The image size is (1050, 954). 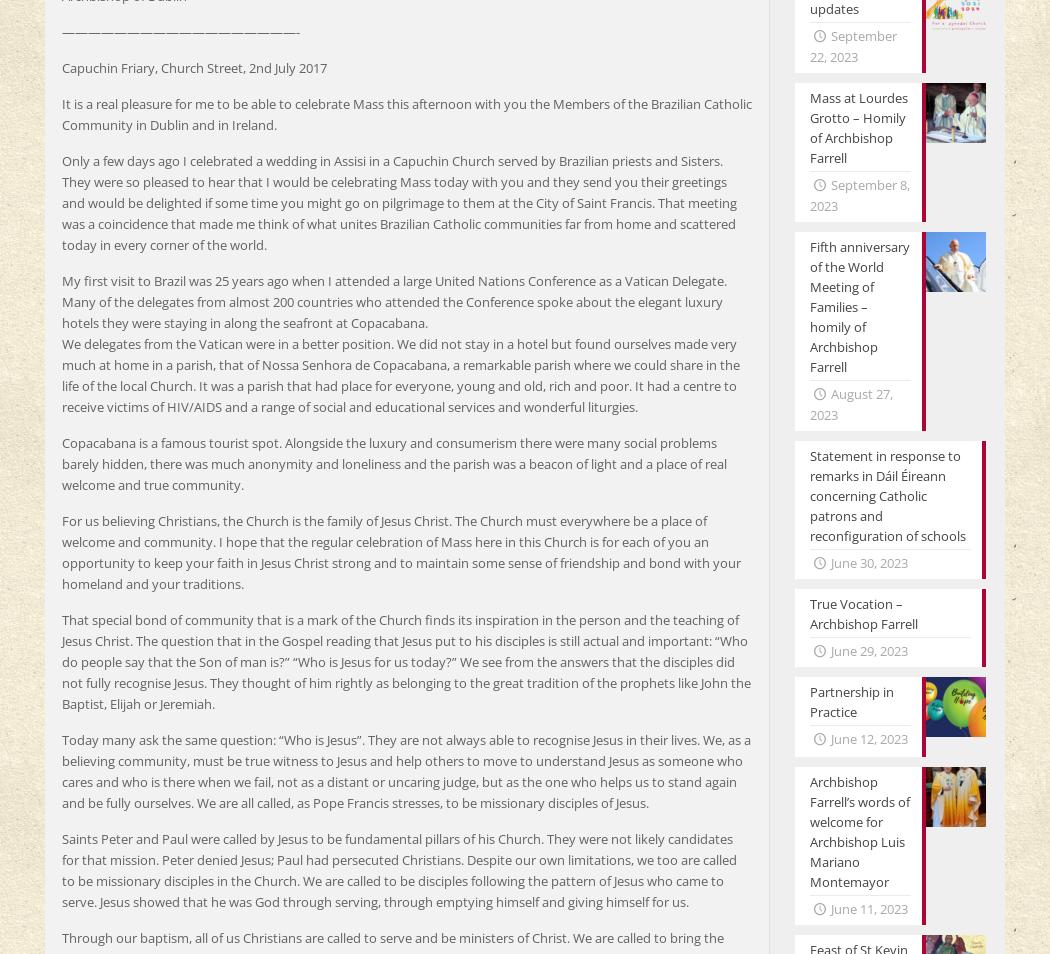 I want to click on 'September 8, 2023', so click(x=859, y=194).